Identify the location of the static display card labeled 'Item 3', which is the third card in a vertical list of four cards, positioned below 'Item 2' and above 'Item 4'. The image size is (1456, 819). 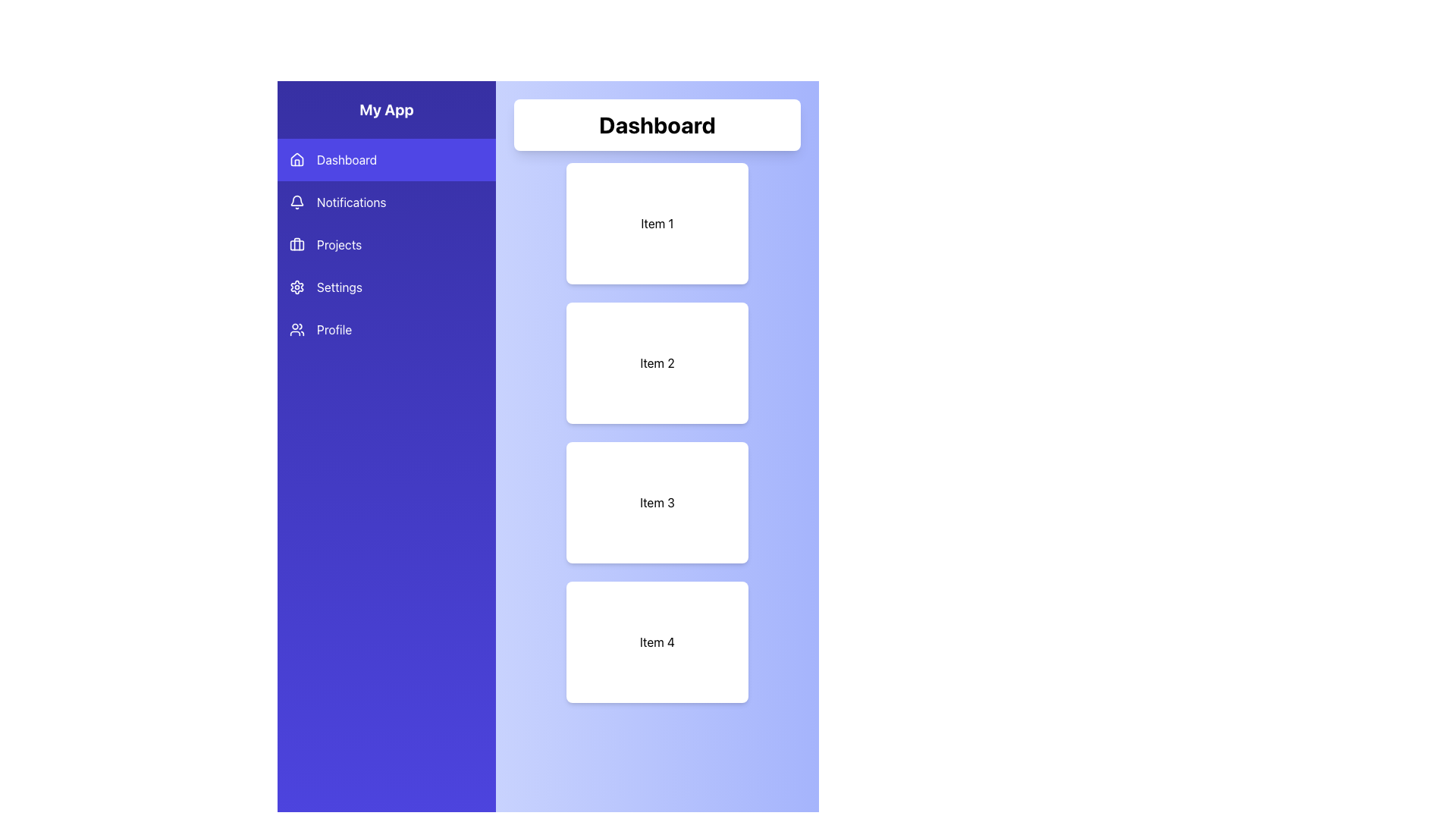
(657, 503).